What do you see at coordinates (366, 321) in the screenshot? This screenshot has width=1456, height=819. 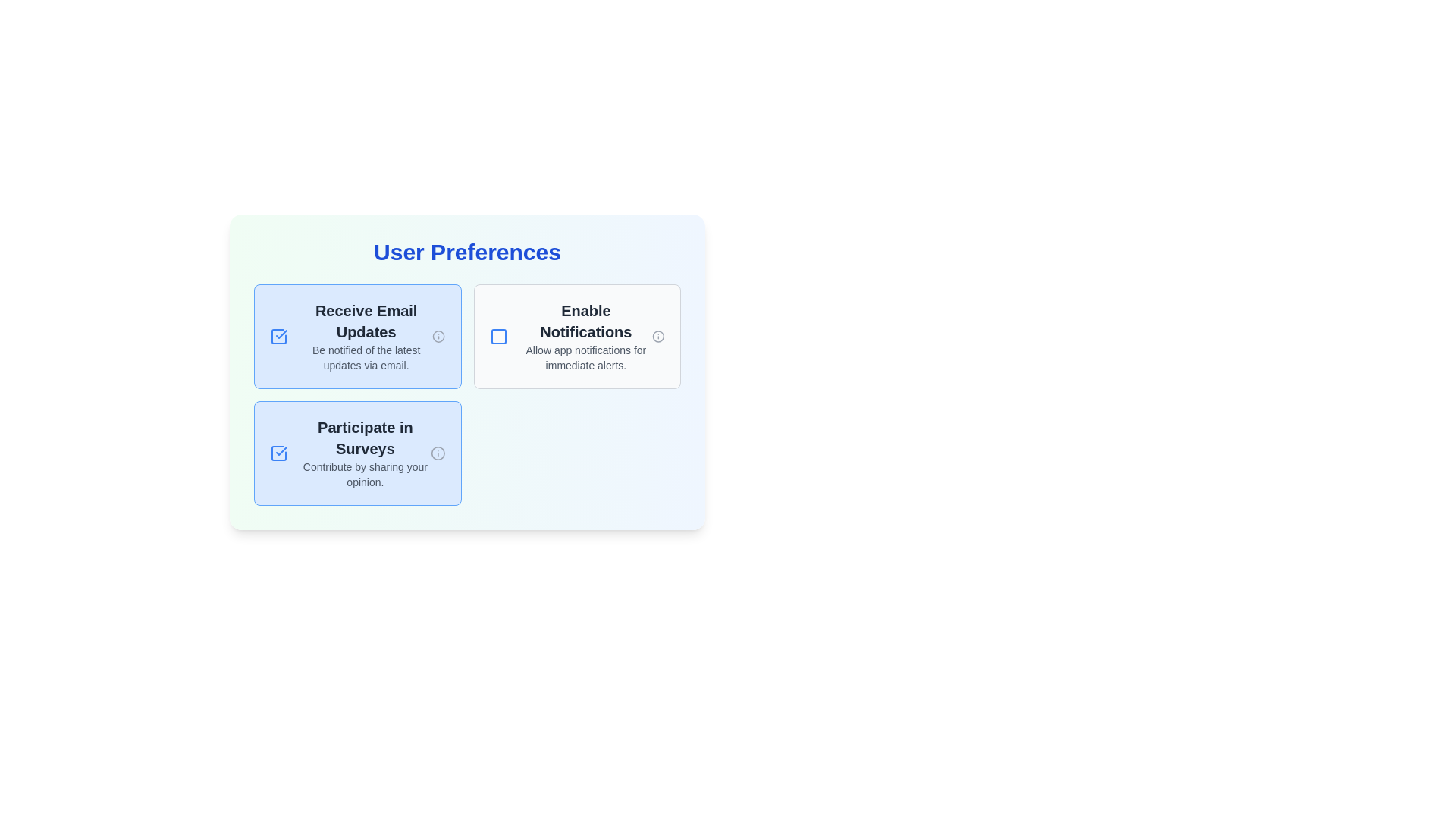 I see `the Text label that serves as a title or header for a preference option, located in the upper-left card within a grid of preference options` at bounding box center [366, 321].